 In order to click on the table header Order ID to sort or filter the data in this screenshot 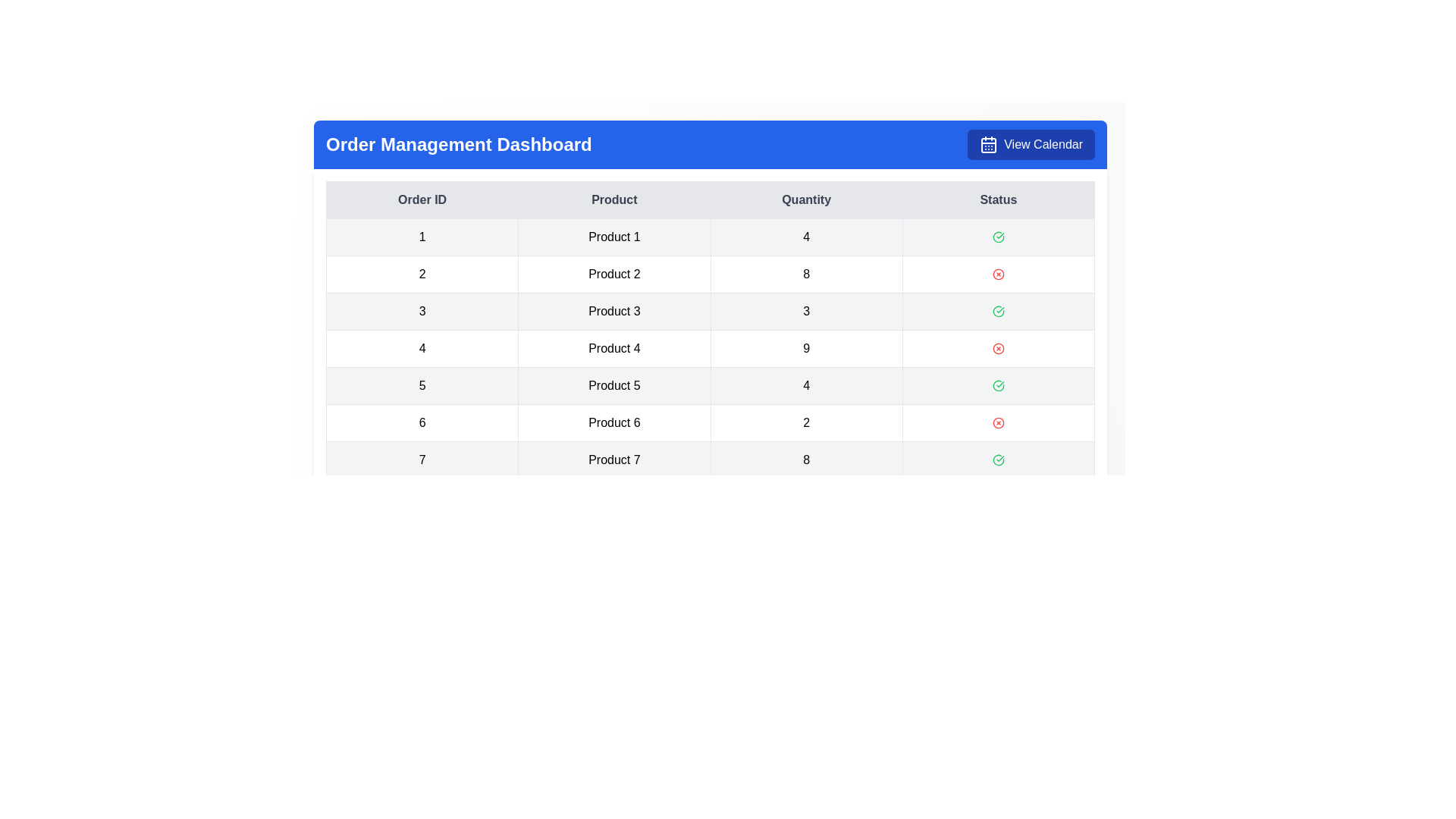, I will do `click(422, 199)`.